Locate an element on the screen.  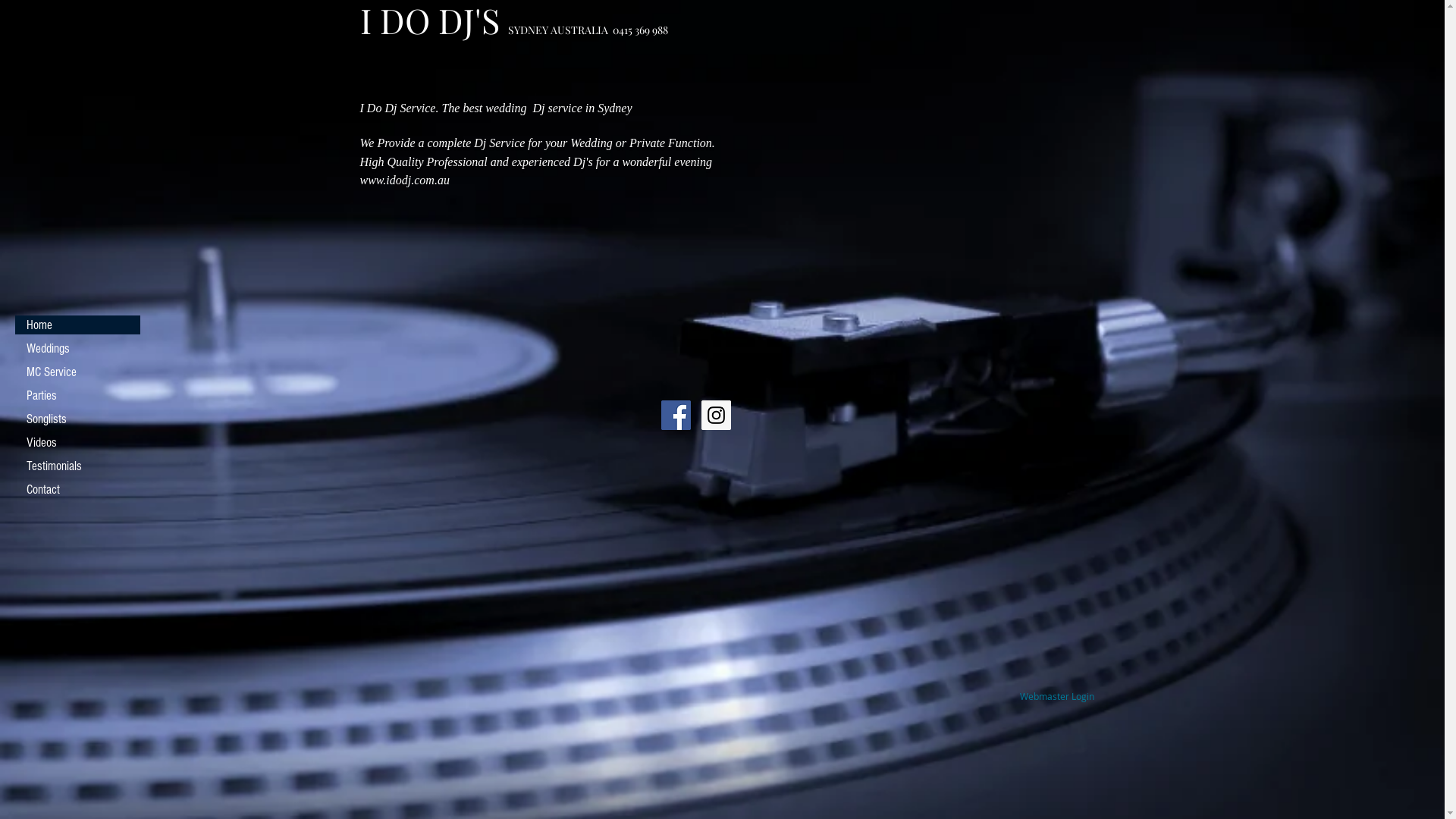
'Contact' is located at coordinates (14, 489).